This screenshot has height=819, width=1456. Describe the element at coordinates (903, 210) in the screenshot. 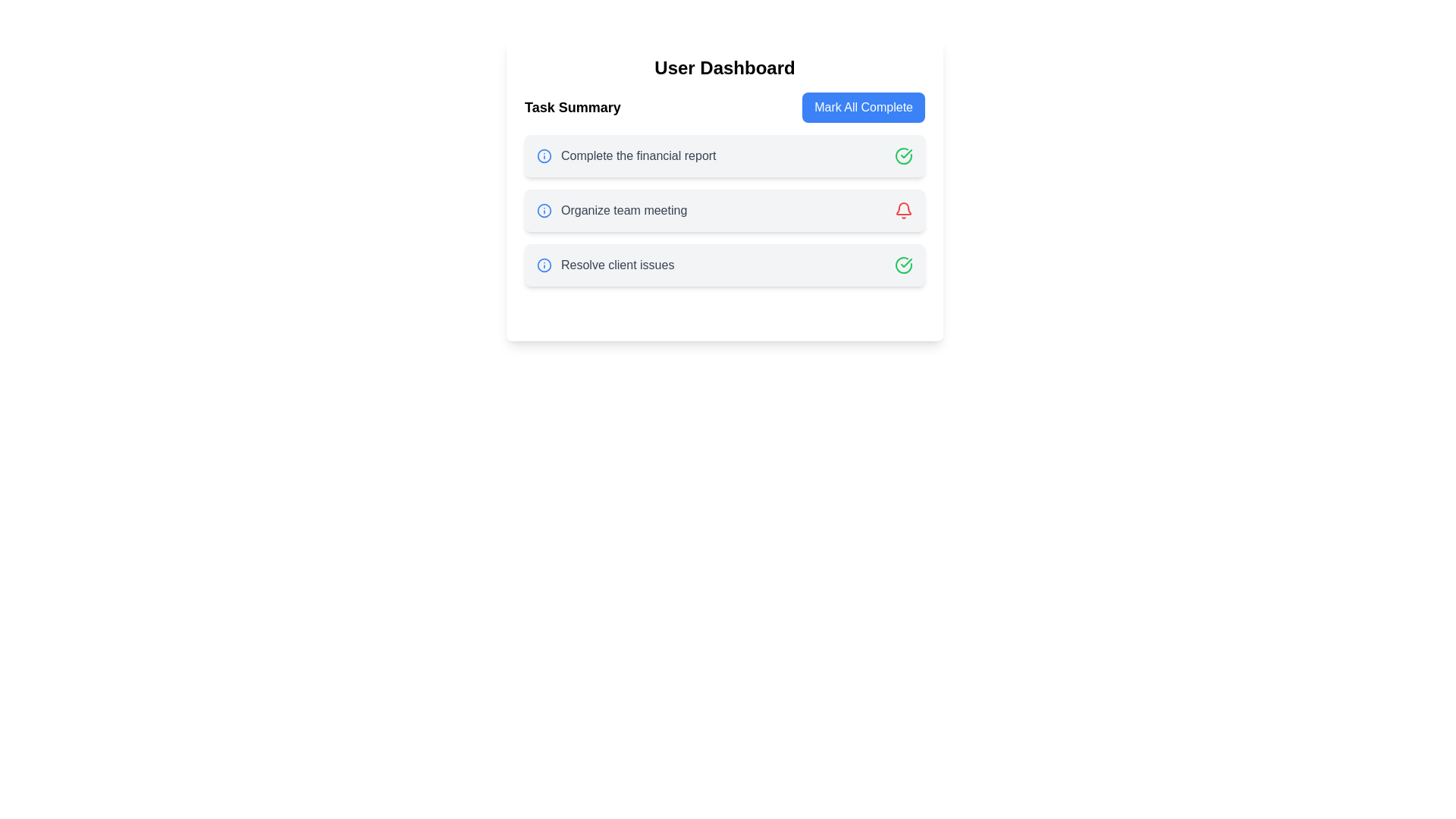

I see `the bell icon indicating notifications for the task 'Organize team meeting', positioned in the second row of the task list under 'Task Summary', to the far right of the row` at that location.